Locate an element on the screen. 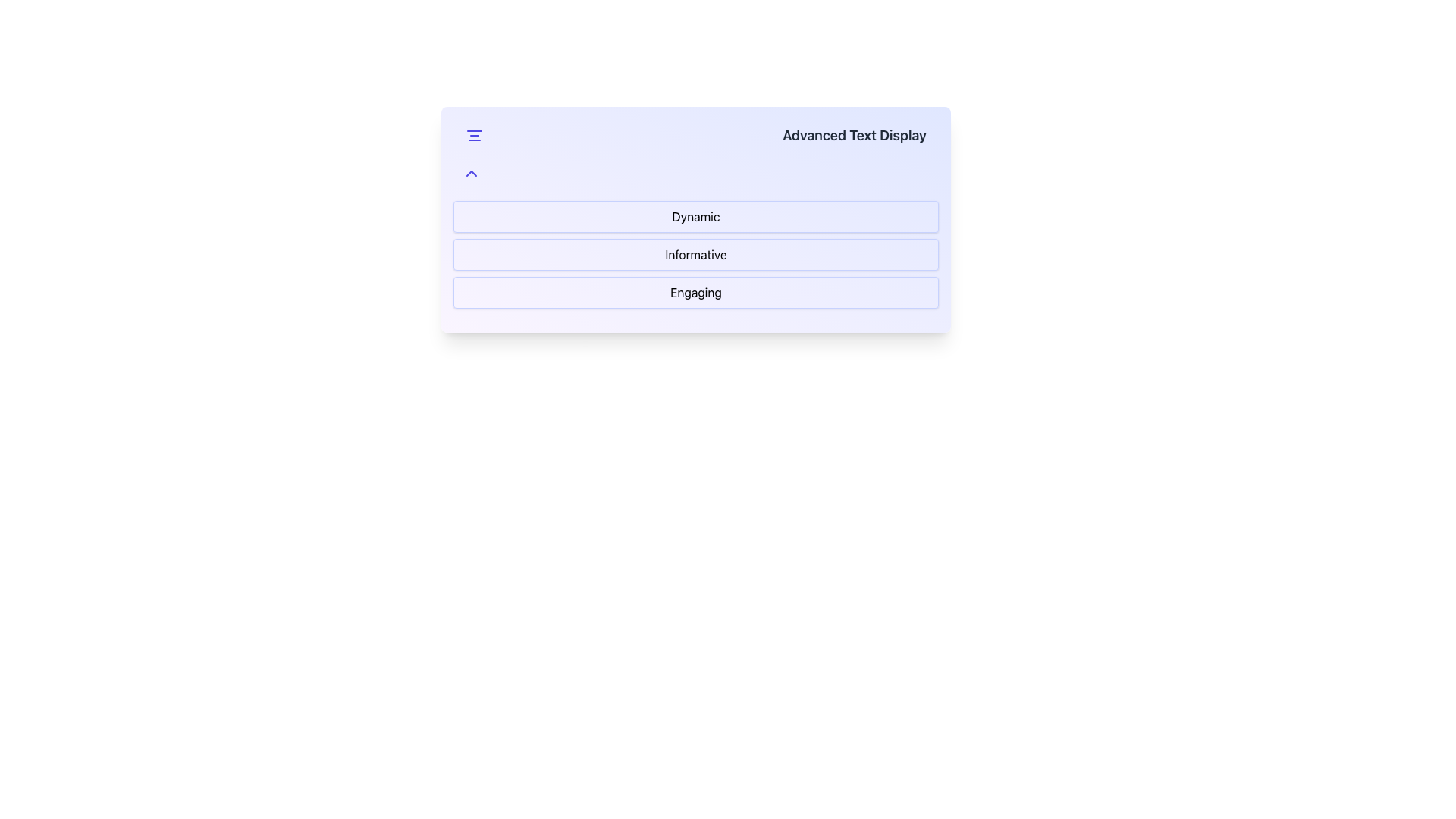  the Chevron-Up icon located near the top-left corner of the interface is located at coordinates (471, 172).